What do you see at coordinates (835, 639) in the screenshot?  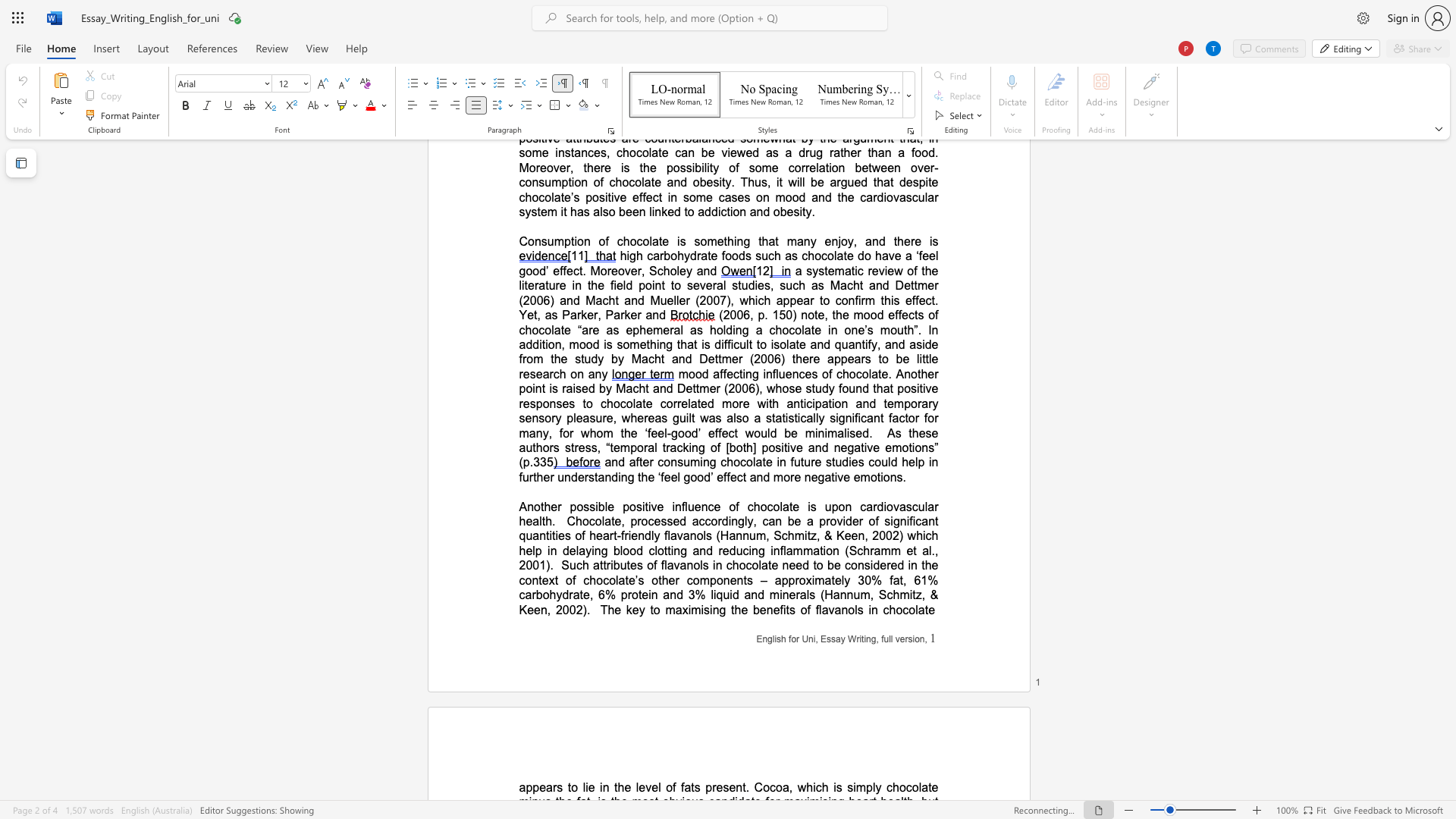 I see `the space between the continuous character "s" and "a" in the text` at bounding box center [835, 639].